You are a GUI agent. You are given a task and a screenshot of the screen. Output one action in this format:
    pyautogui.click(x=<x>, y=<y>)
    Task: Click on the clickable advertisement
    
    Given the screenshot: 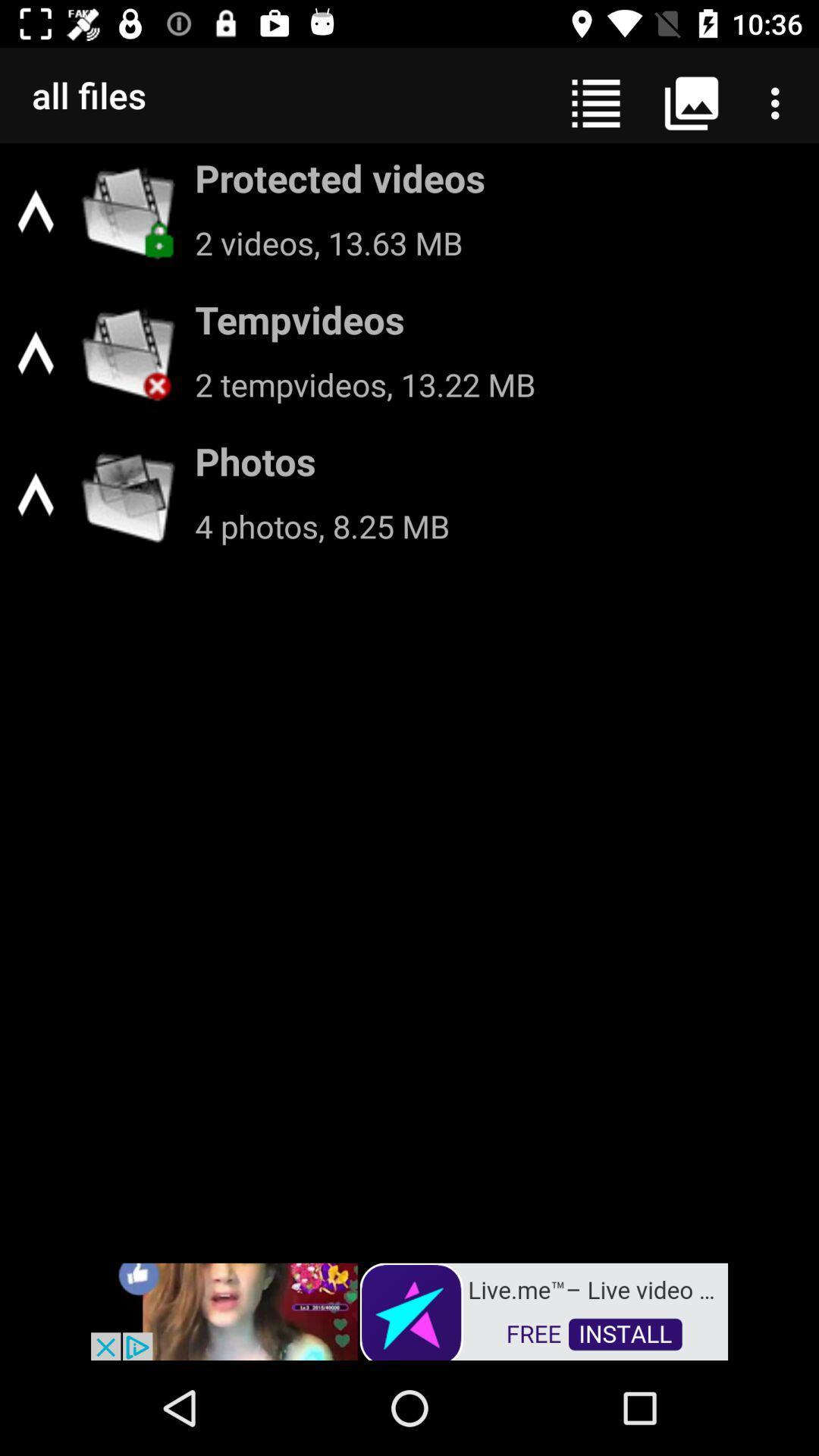 What is the action you would take?
    pyautogui.click(x=409, y=1310)
    